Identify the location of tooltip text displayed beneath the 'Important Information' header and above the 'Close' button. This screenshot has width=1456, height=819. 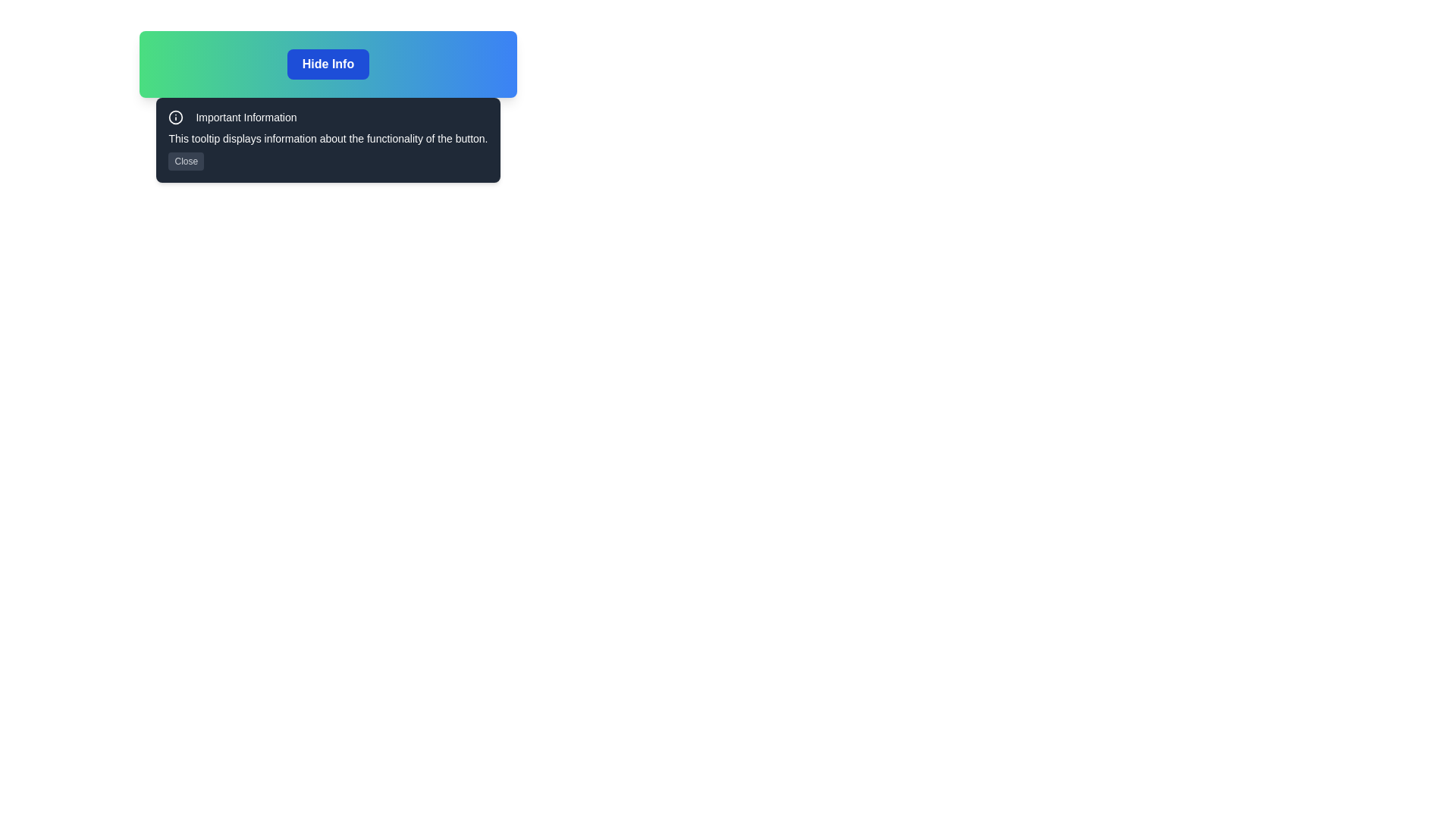
(327, 138).